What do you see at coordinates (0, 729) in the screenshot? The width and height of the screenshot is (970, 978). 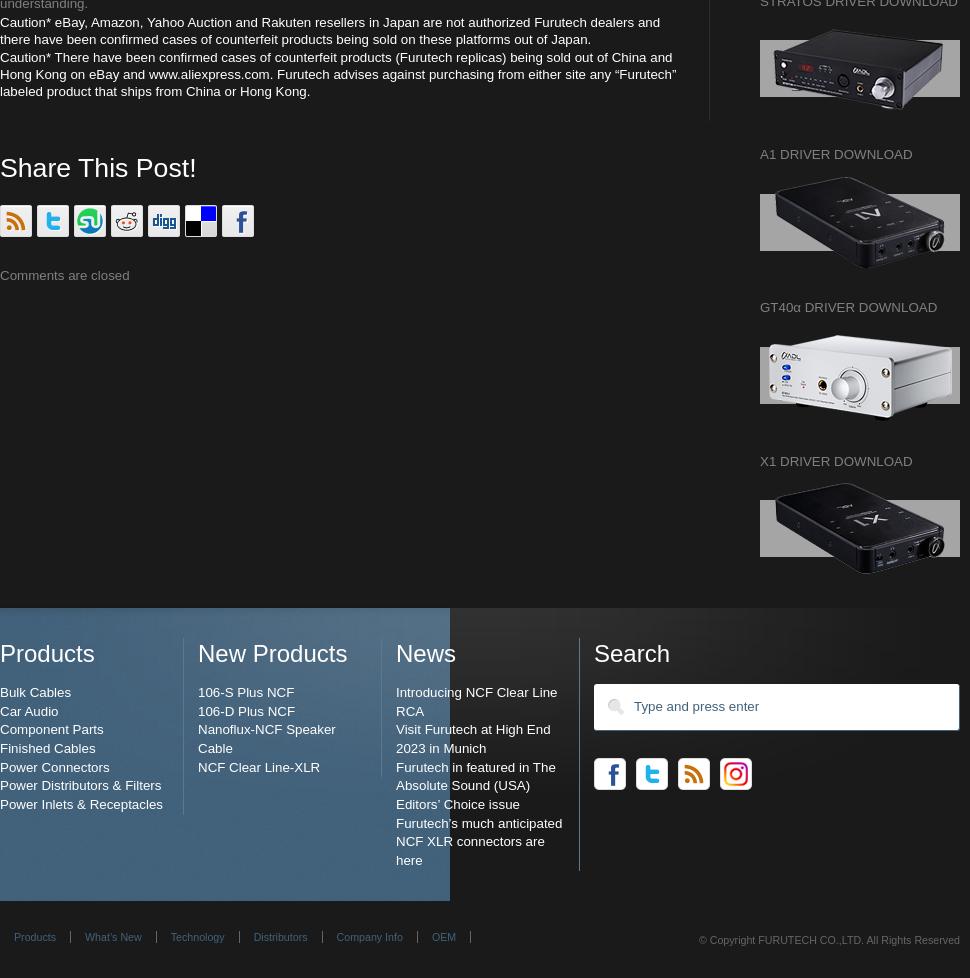 I see `'Component Parts'` at bounding box center [0, 729].